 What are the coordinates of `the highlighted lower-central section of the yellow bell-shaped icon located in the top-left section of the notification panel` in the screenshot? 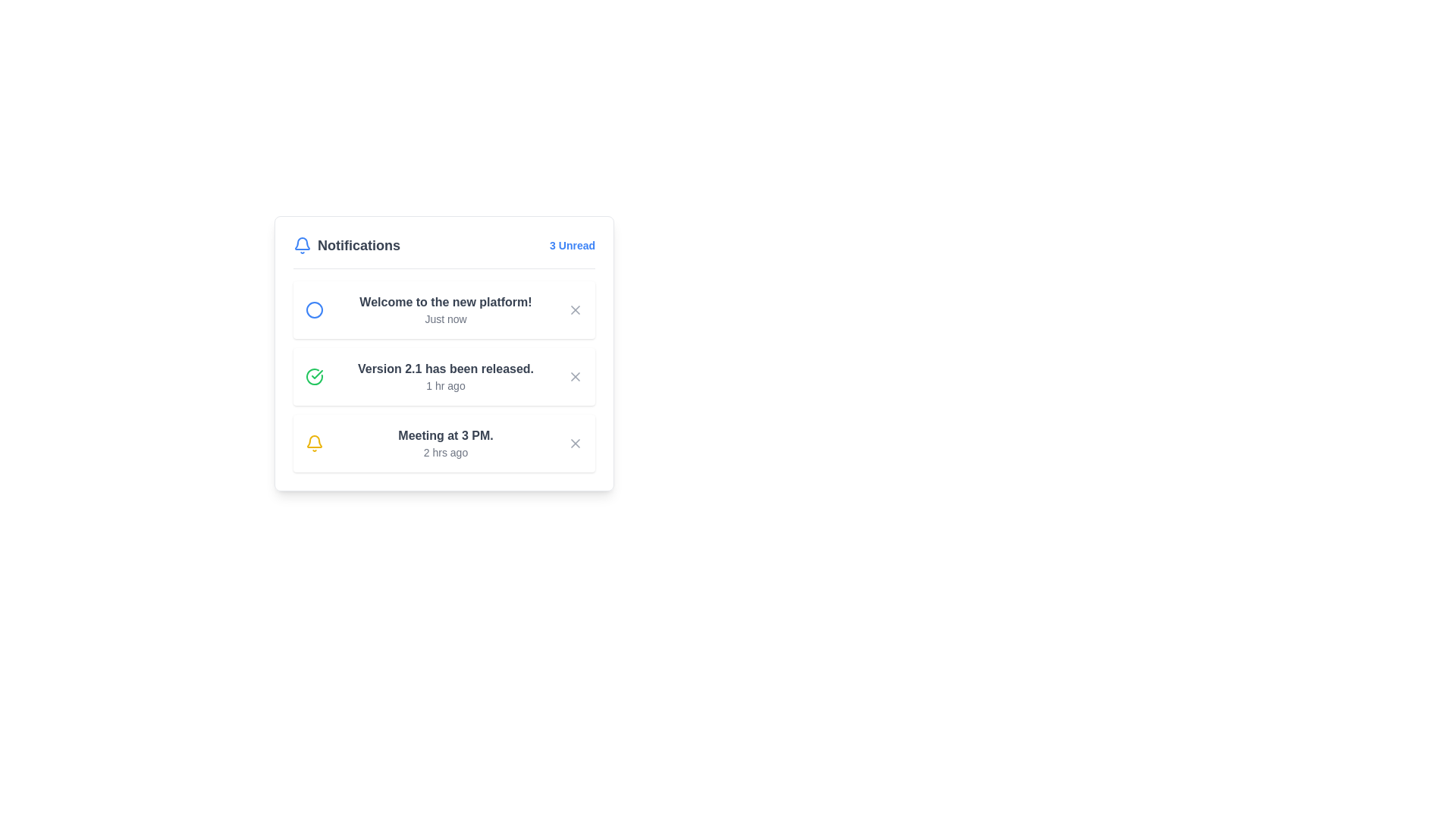 It's located at (313, 441).